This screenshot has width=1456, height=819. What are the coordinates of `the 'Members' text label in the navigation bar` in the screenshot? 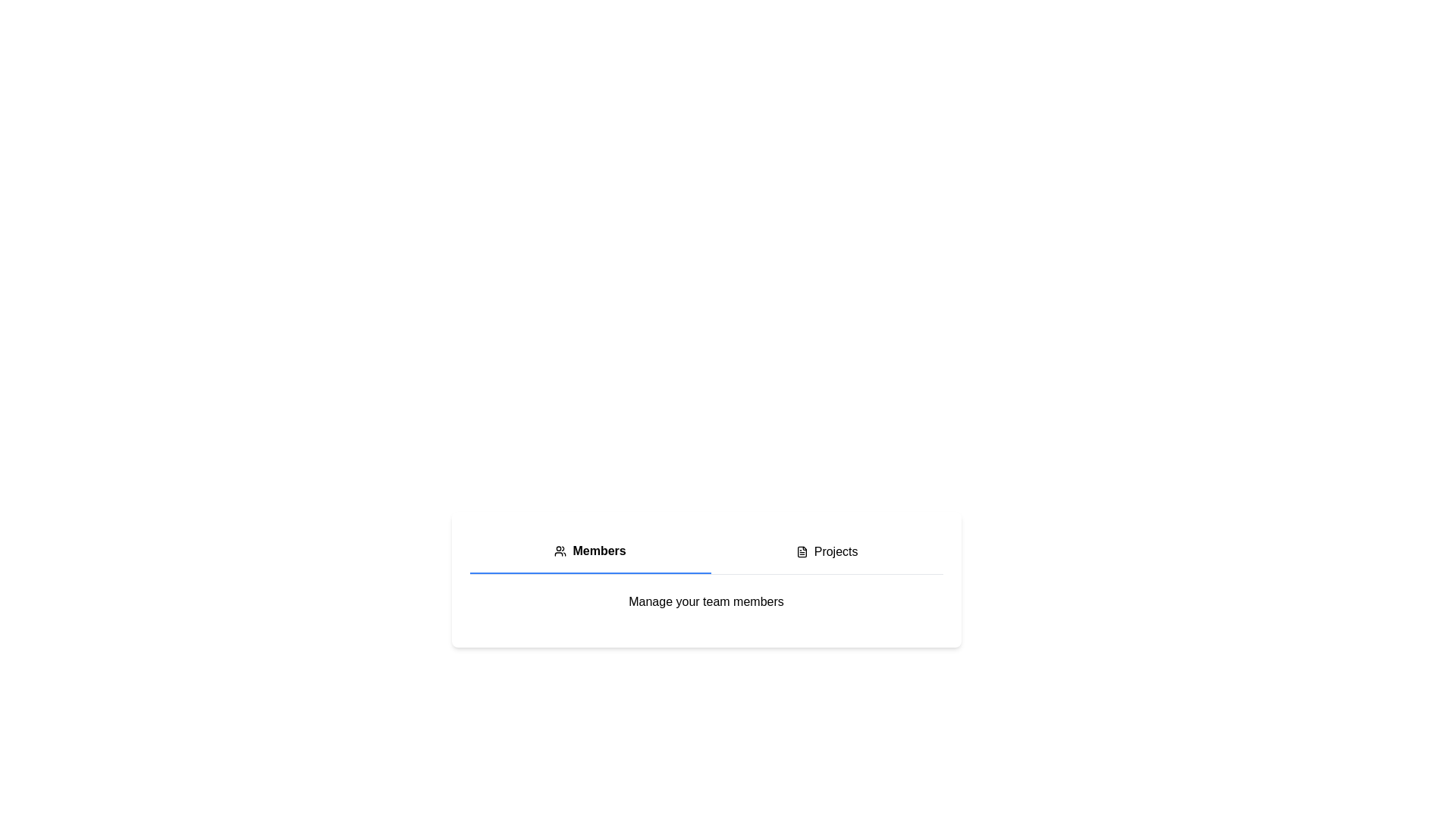 It's located at (598, 551).